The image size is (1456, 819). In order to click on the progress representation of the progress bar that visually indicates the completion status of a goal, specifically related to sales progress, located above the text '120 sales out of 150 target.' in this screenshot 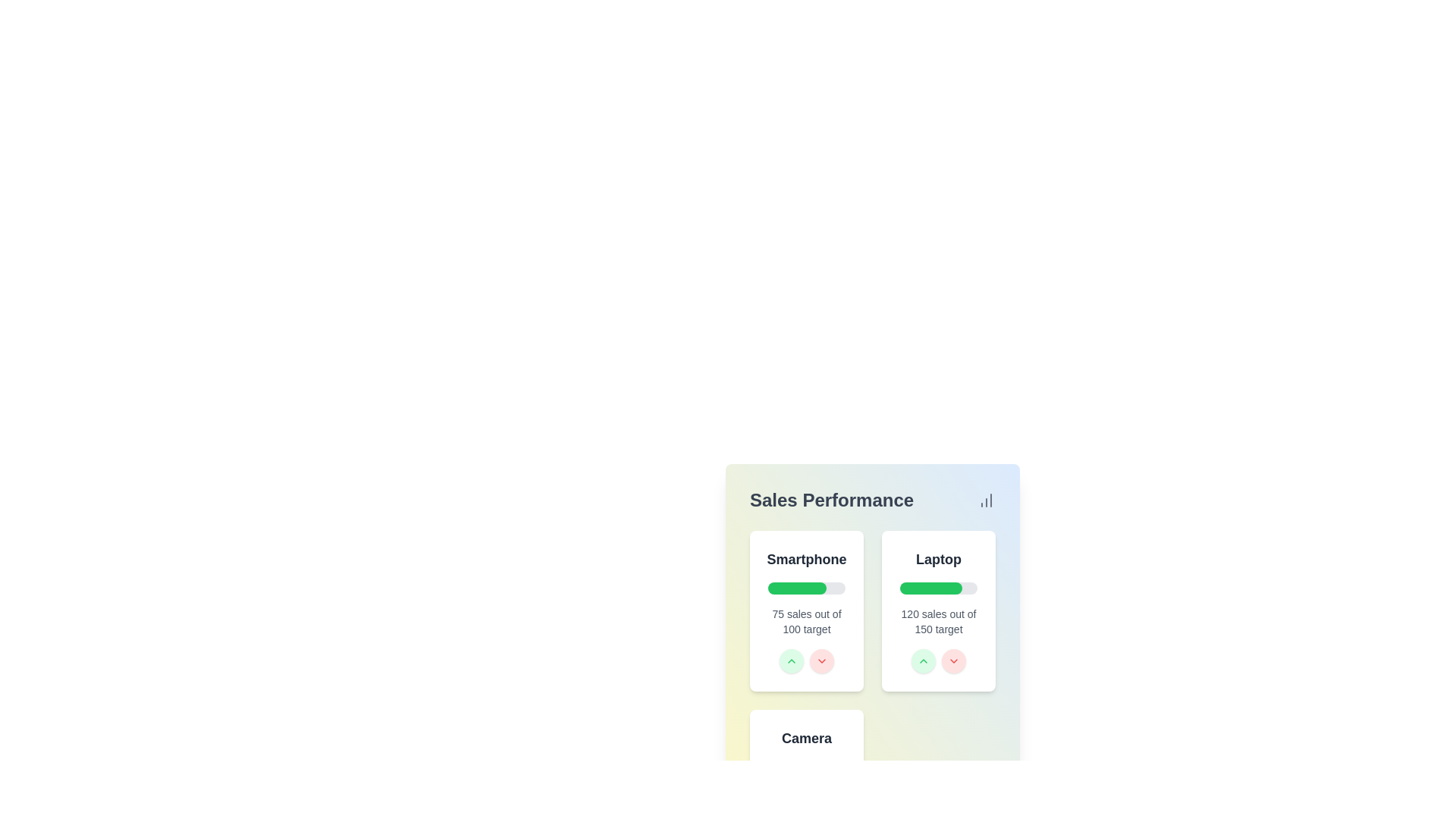, I will do `click(938, 587)`.